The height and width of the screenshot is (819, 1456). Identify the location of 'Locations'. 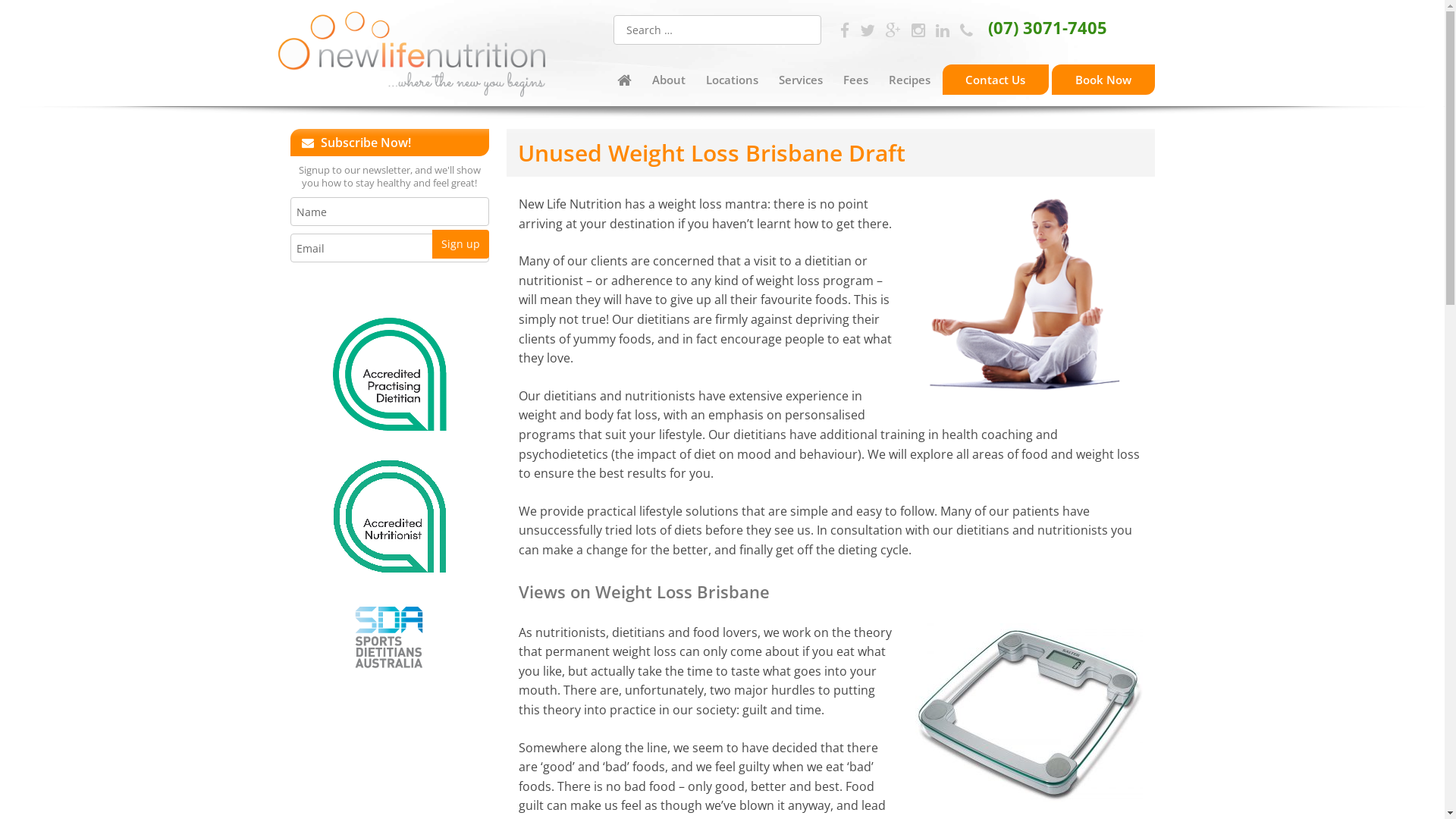
(732, 79).